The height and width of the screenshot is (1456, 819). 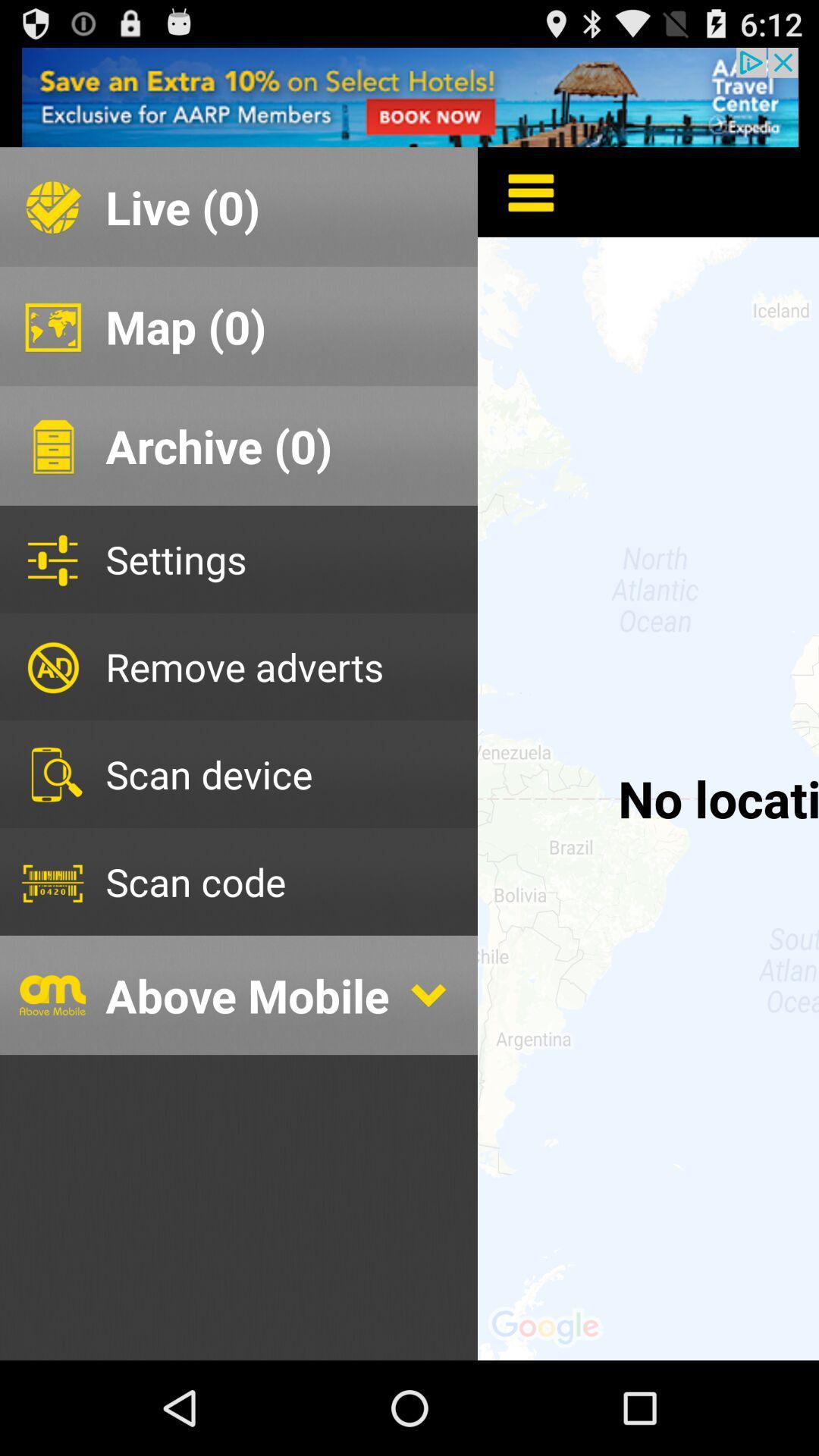 What do you see at coordinates (519, 205) in the screenshot?
I see `the menu icon` at bounding box center [519, 205].